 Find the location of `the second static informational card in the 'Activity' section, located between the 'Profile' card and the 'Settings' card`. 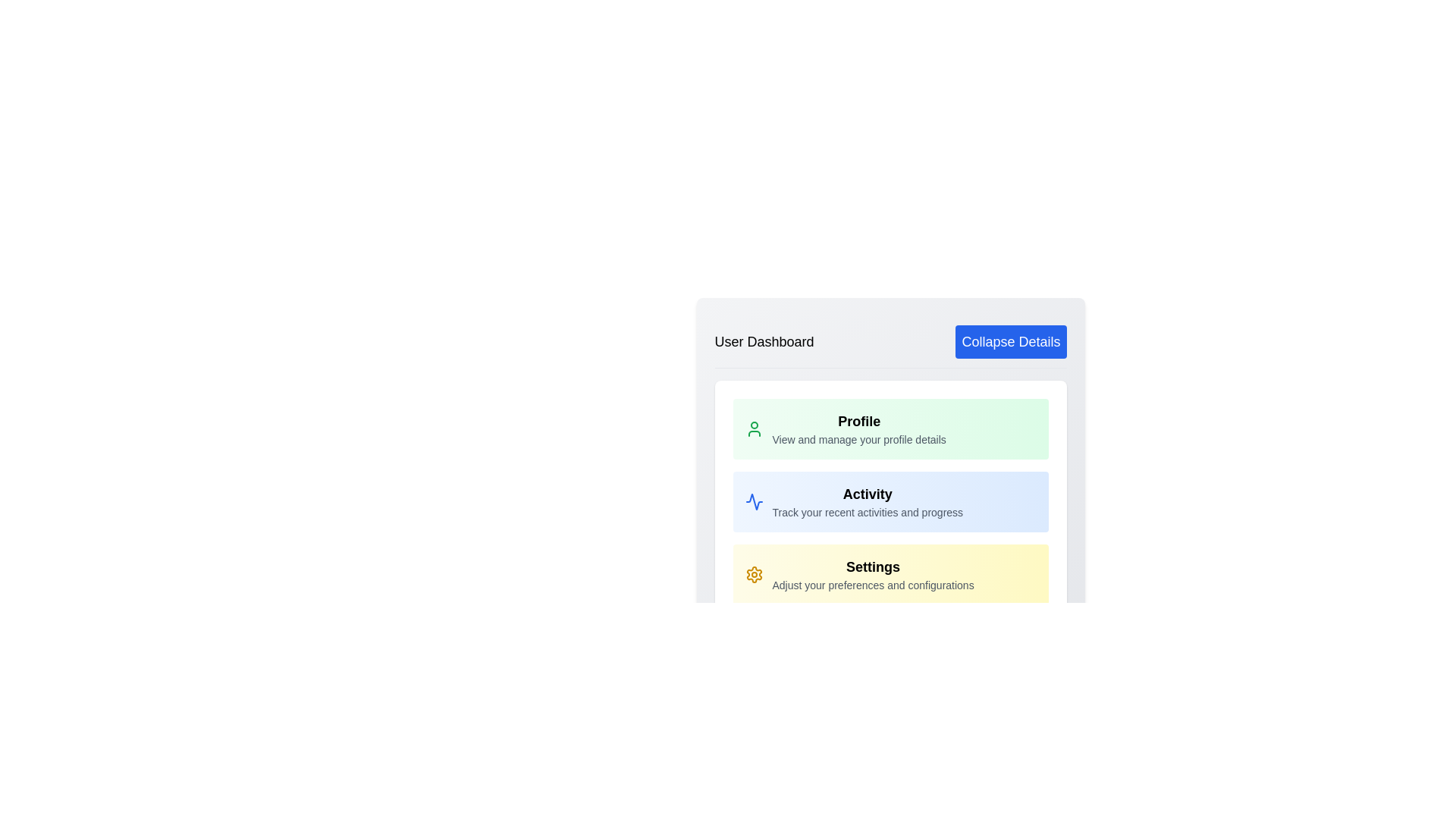

the second static informational card in the 'Activity' section, located between the 'Profile' card and the 'Settings' card is located at coordinates (890, 502).